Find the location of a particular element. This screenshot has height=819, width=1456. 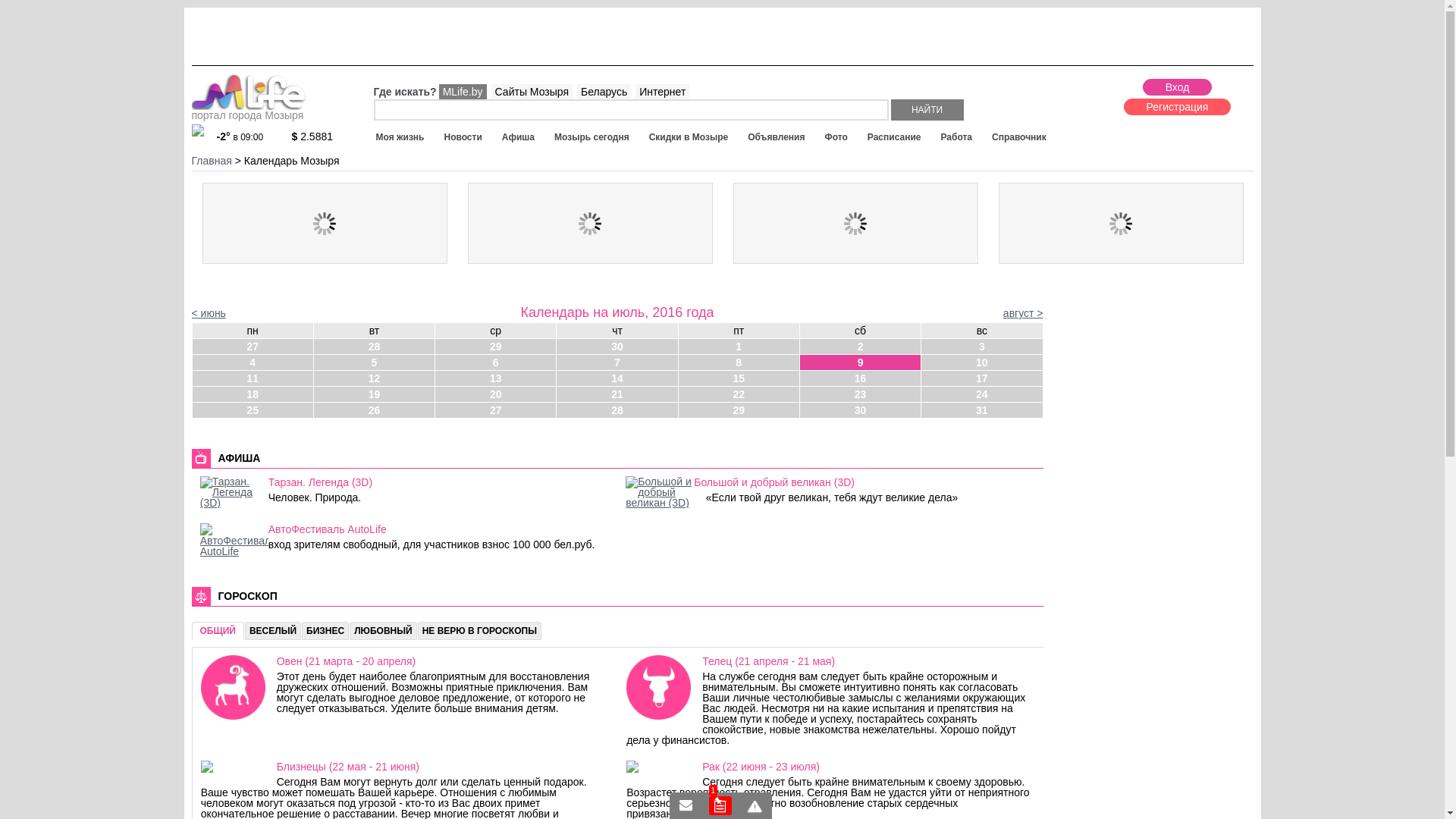

'18' is located at coordinates (253, 394).